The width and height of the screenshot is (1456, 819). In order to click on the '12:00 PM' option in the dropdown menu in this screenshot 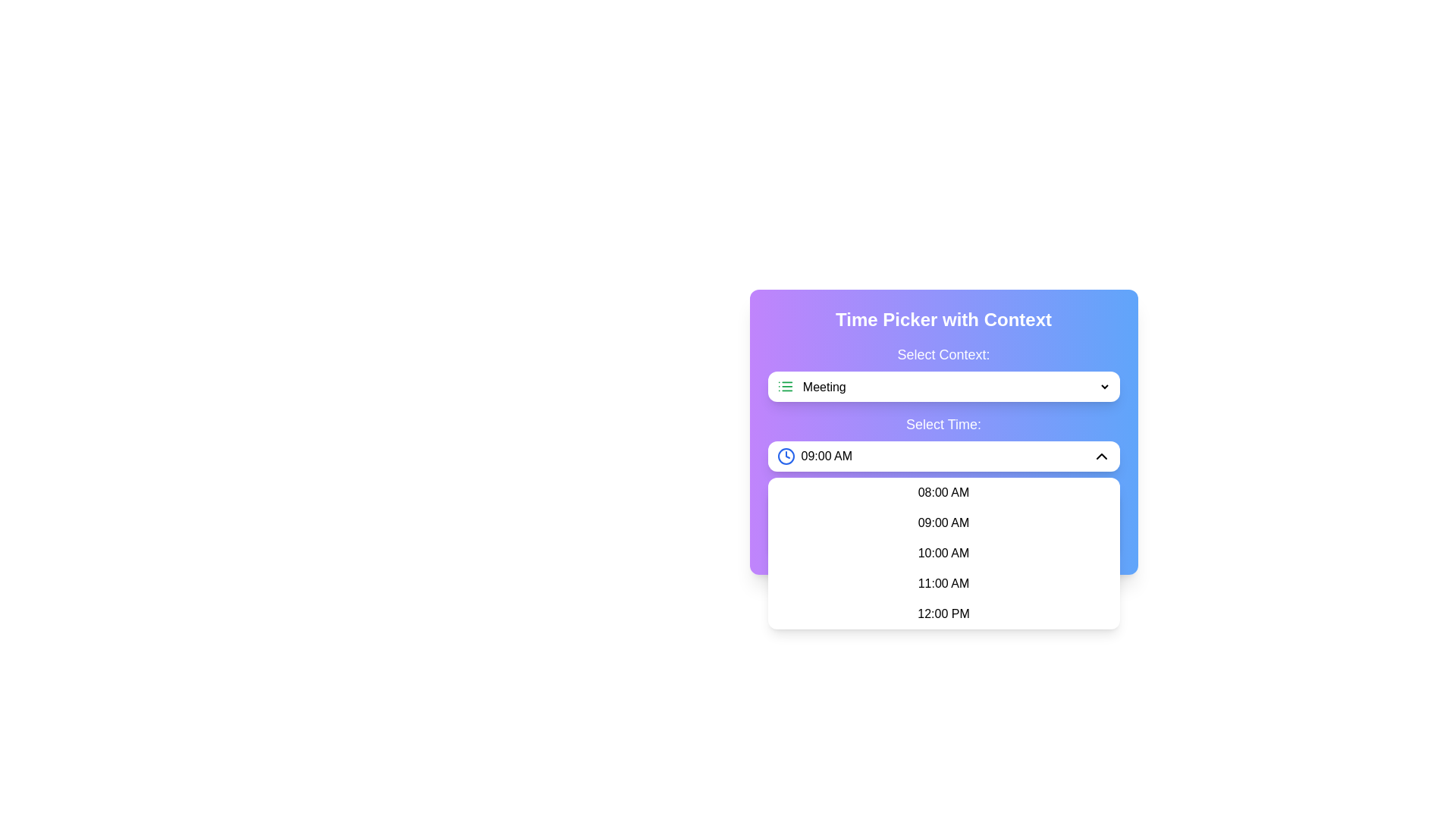, I will do `click(943, 614)`.